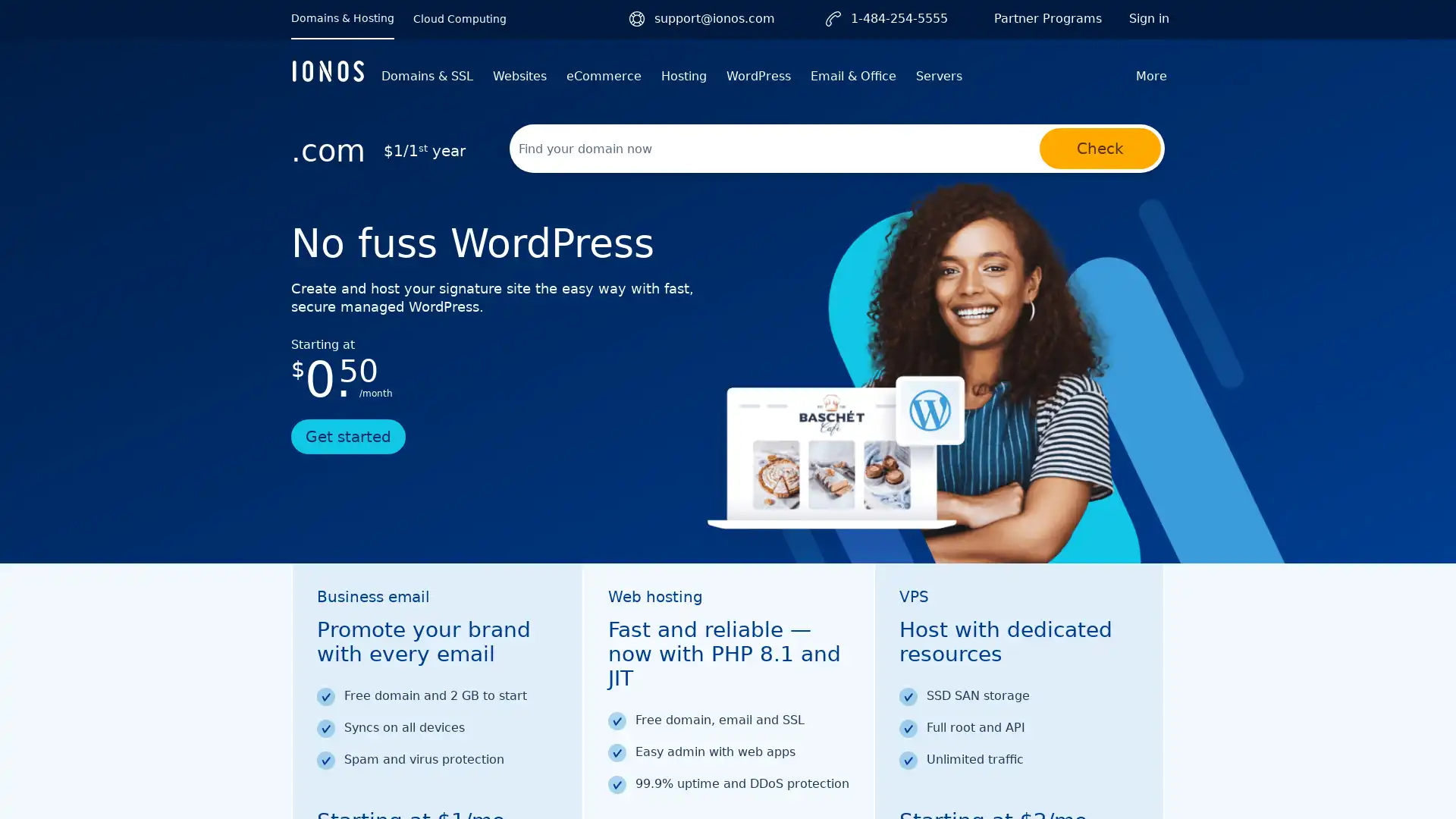 This screenshot has width=1456, height=819. I want to click on Websites, so click(519, 76).